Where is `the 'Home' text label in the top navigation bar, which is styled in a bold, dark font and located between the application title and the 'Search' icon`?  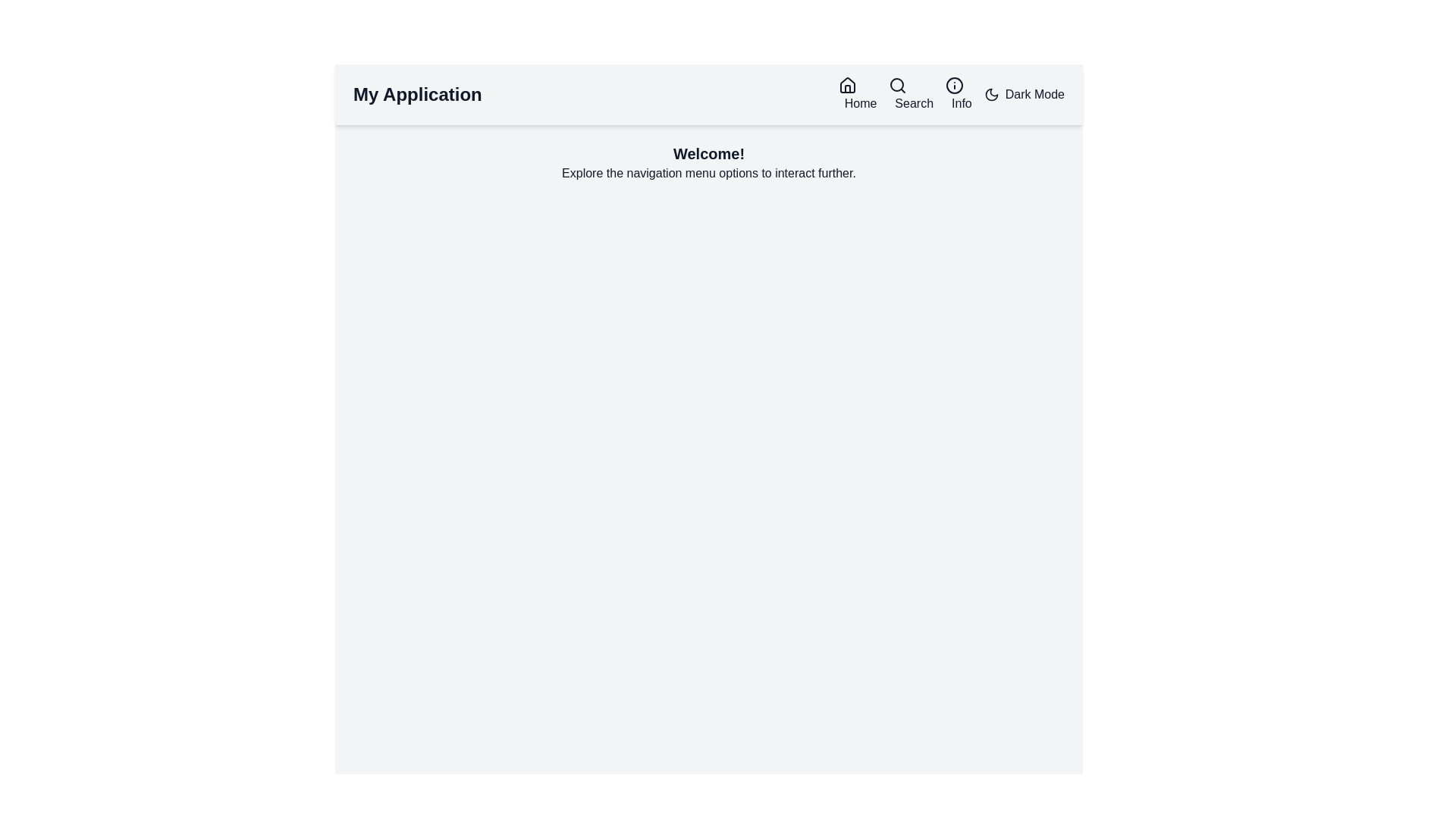
the 'Home' text label in the top navigation bar, which is styled in a bold, dark font and located between the application title and the 'Search' icon is located at coordinates (861, 102).